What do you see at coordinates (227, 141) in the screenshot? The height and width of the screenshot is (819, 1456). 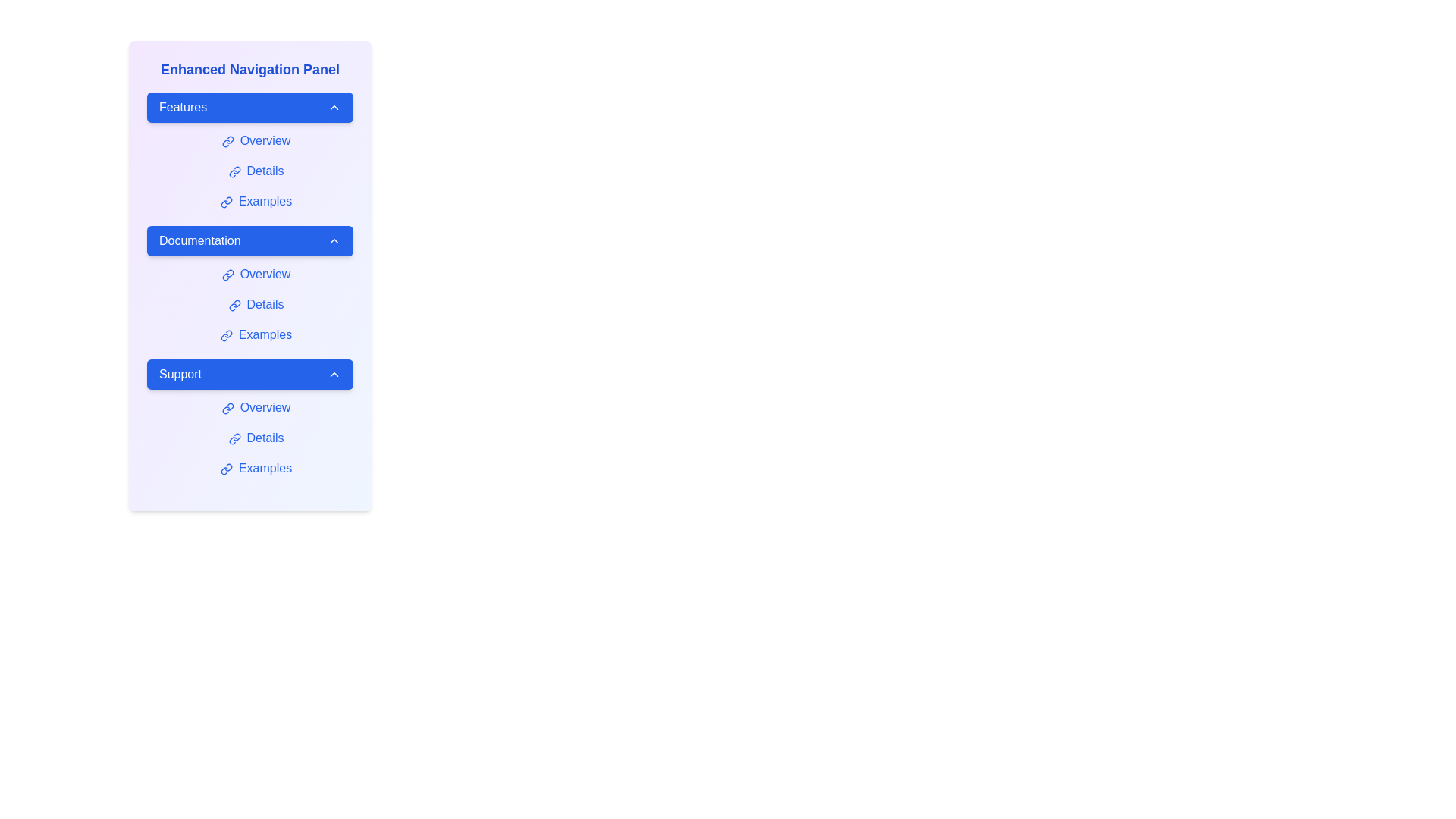 I see `the small blue outlined icon representing a chain link located to the left of the 'Overview' text in the 'Features' section of the navigation panel` at bounding box center [227, 141].